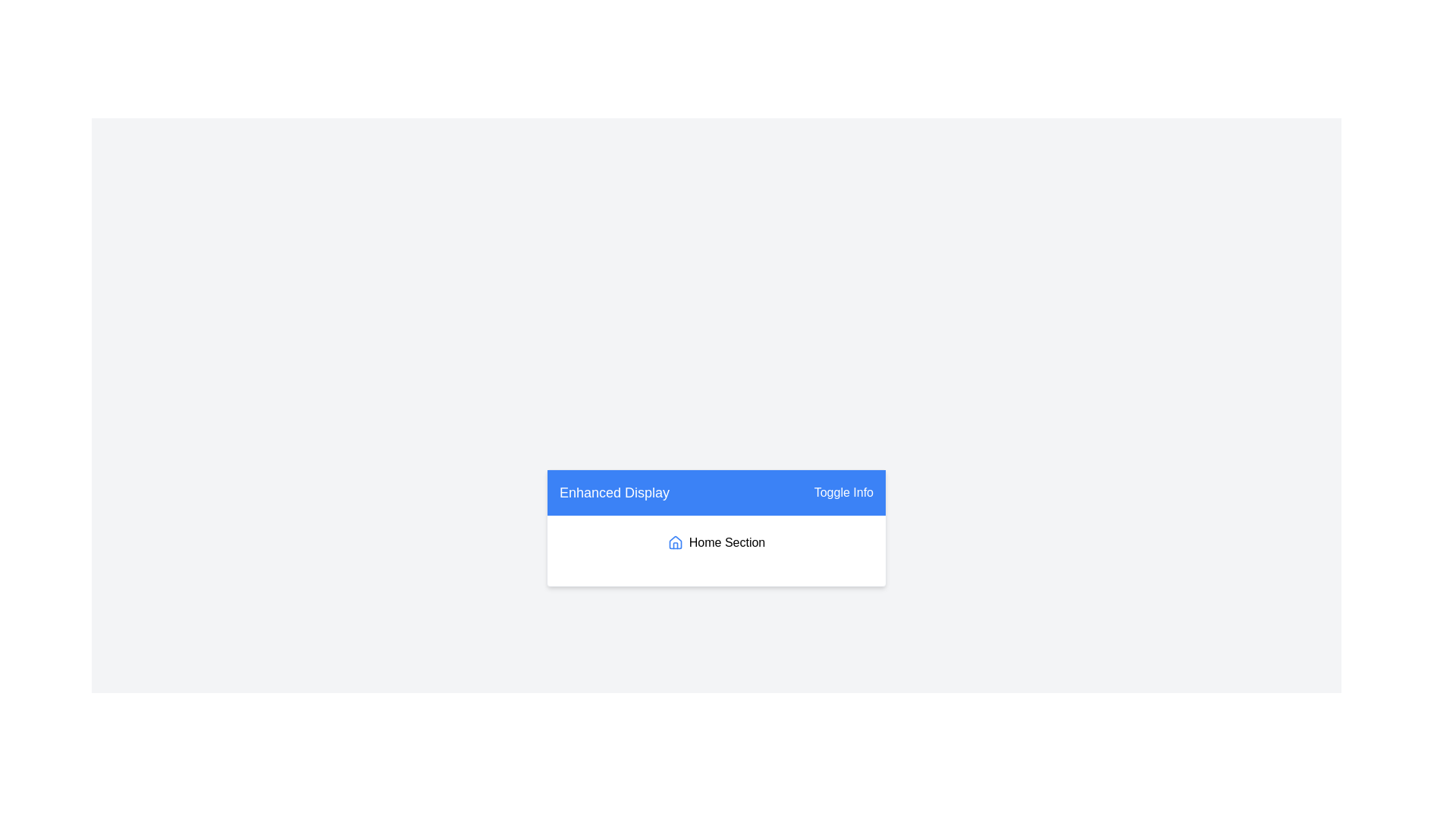 This screenshot has width=1456, height=819. I want to click on the static text label that serves as a section title, located towards the center-bottom of the interface, adjacent to a house icon on its left, so click(726, 541).